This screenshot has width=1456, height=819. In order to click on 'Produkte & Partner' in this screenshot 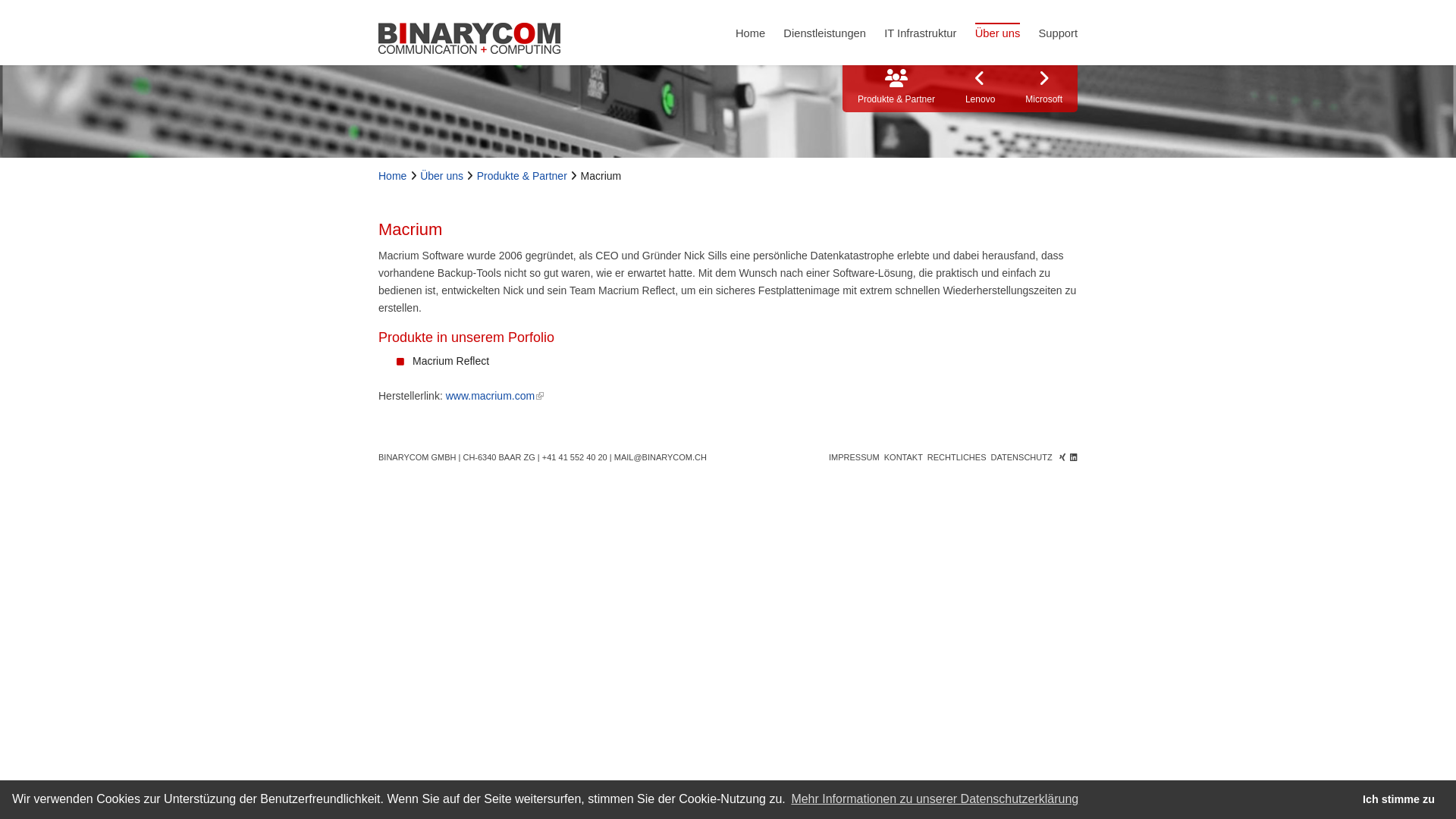, I will do `click(896, 88)`.